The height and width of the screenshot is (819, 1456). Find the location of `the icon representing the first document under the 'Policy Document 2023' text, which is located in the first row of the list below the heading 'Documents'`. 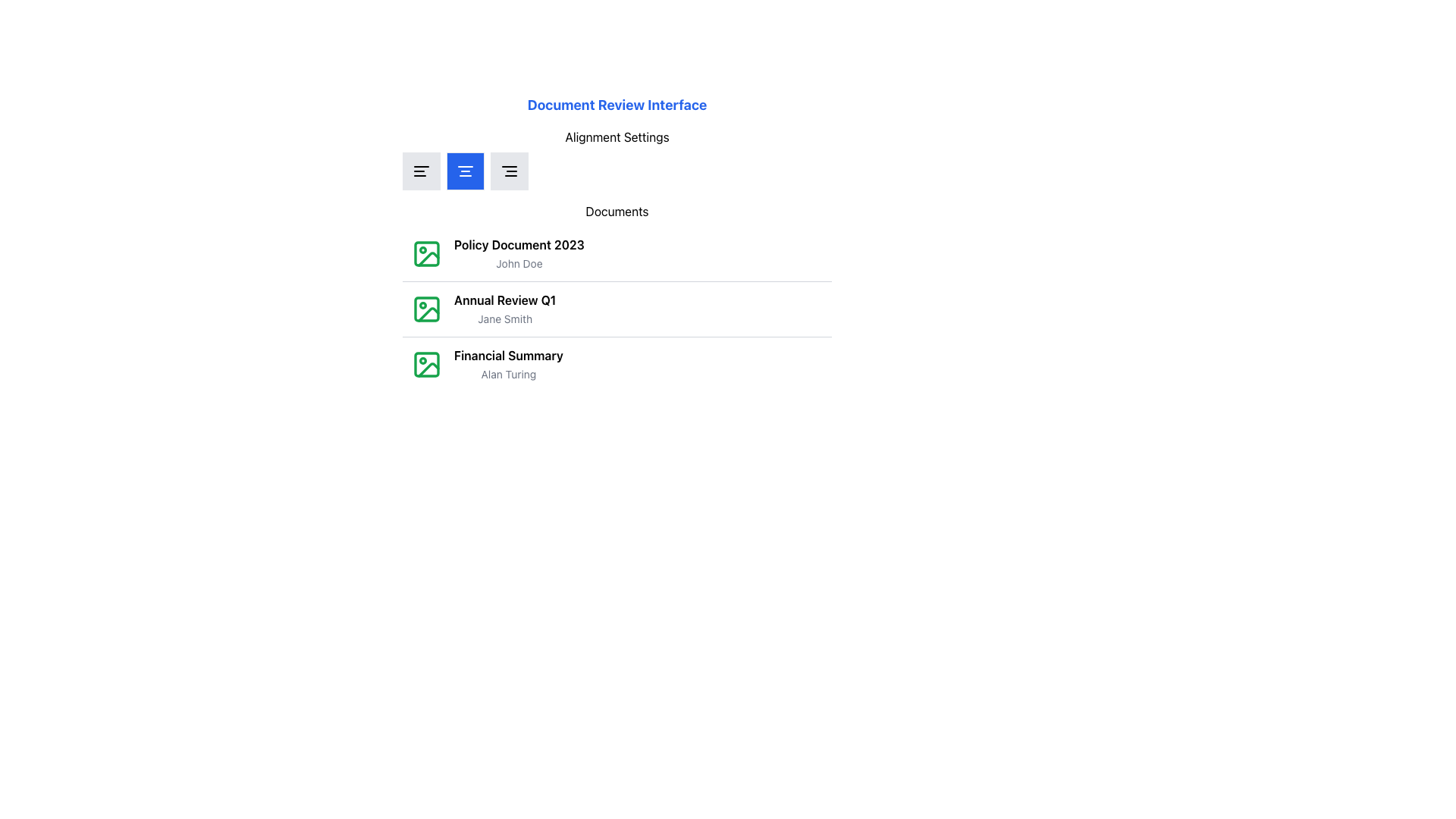

the icon representing the first document under the 'Policy Document 2023' text, which is located in the first row of the list below the heading 'Documents' is located at coordinates (425, 253).